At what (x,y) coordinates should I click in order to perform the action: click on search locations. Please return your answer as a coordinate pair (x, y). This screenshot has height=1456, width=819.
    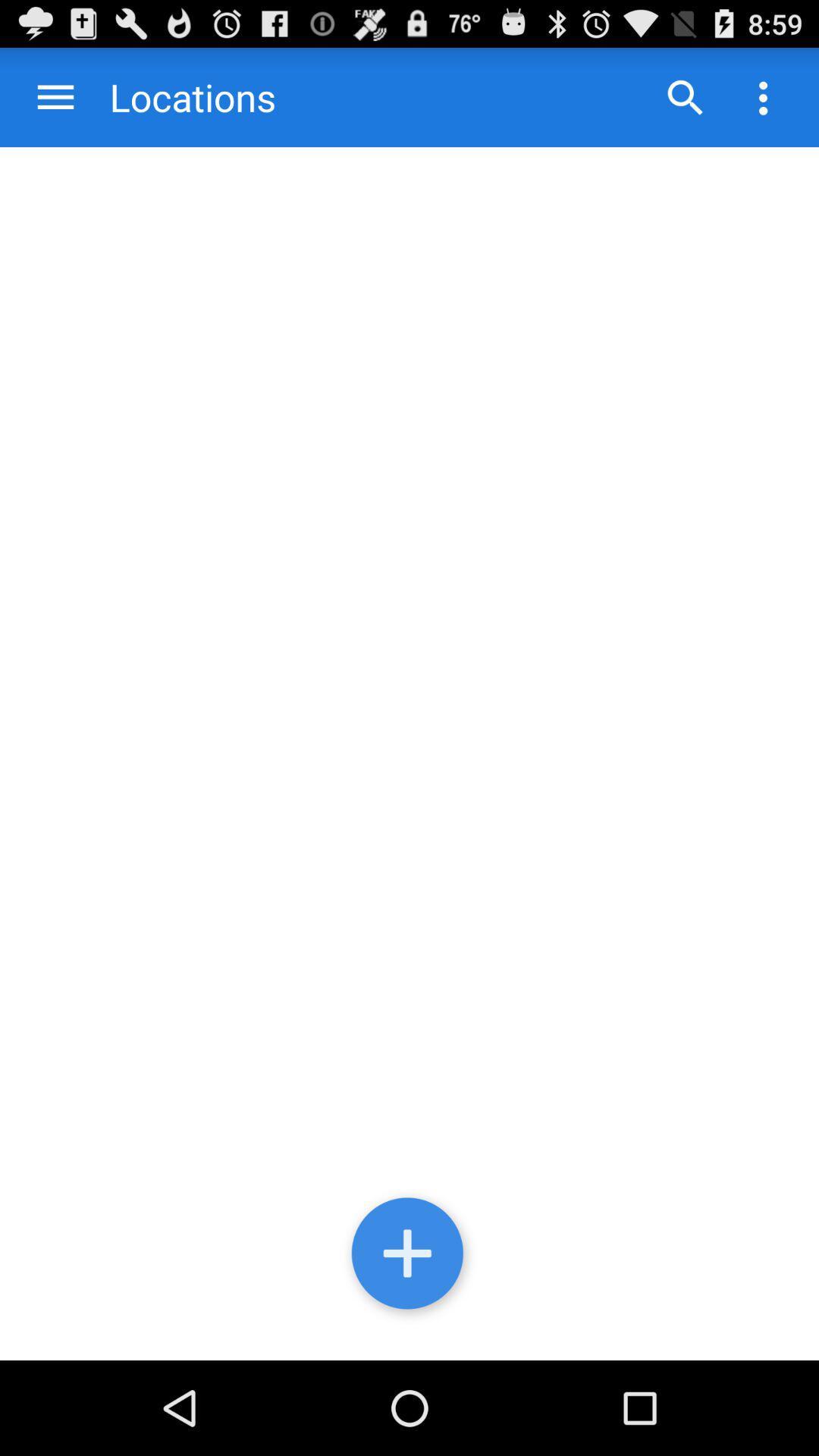
    Looking at the image, I should click on (685, 96).